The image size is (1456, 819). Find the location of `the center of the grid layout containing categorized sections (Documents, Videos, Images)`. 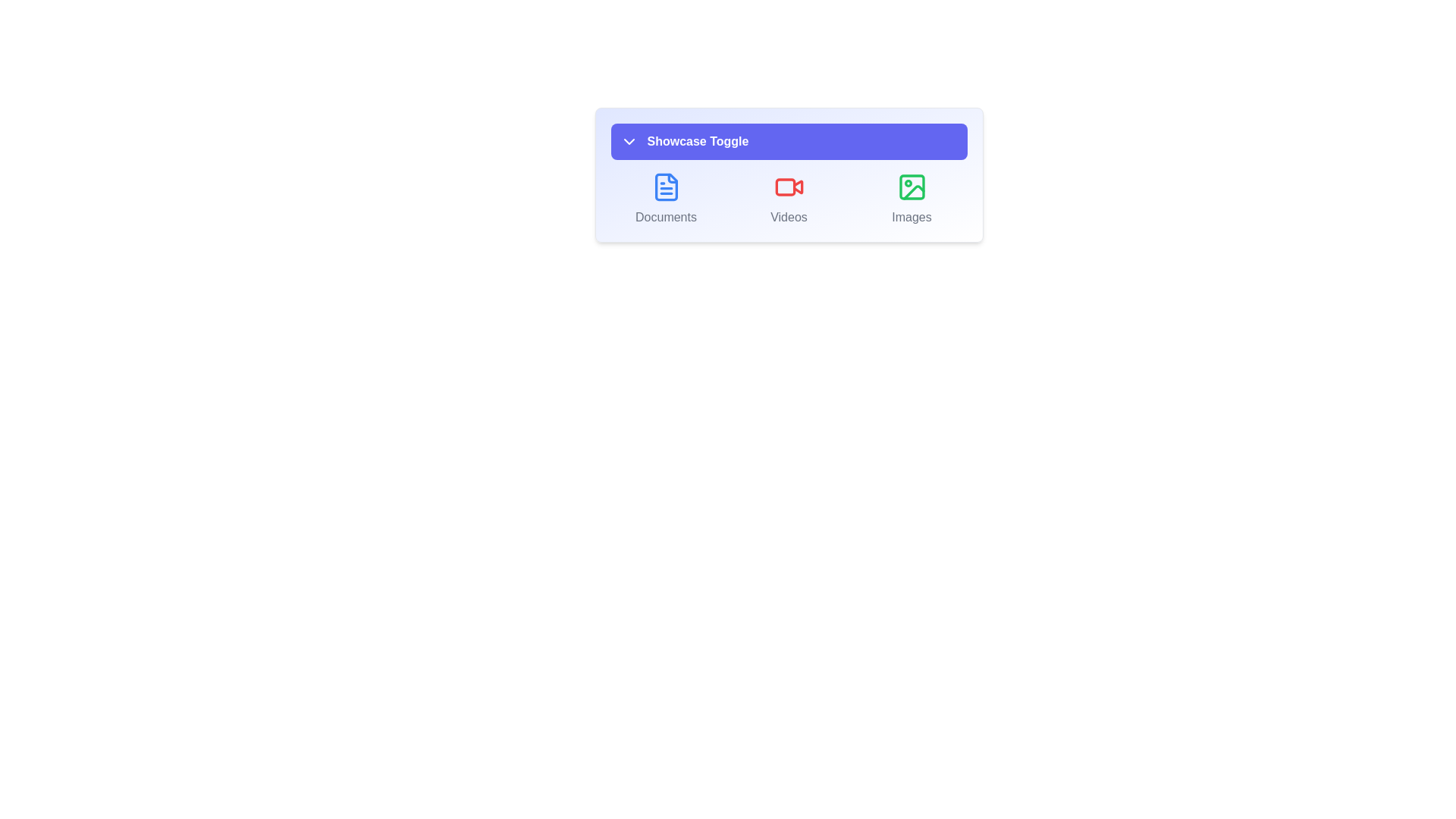

the center of the grid layout containing categorized sections (Documents, Videos, Images) is located at coordinates (789, 198).